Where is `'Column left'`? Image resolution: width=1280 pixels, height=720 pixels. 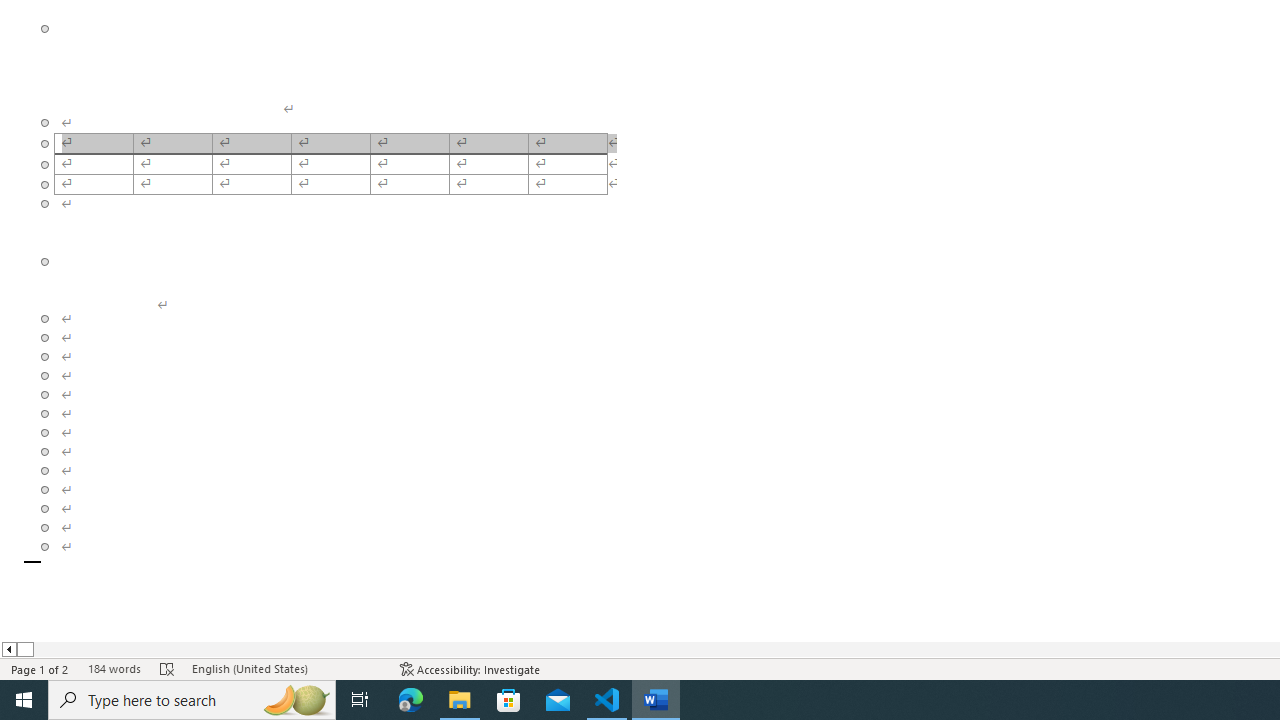 'Column left' is located at coordinates (8, 649).